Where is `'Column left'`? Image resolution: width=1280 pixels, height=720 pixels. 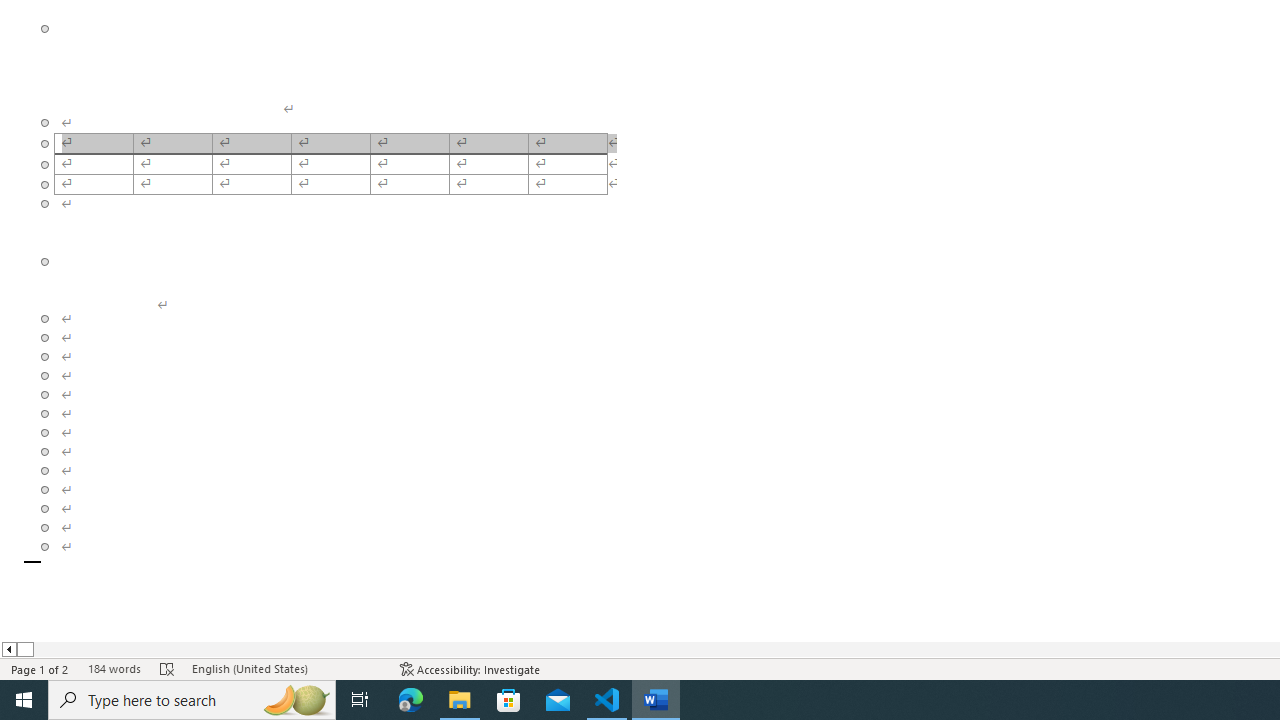 'Column left' is located at coordinates (8, 649).